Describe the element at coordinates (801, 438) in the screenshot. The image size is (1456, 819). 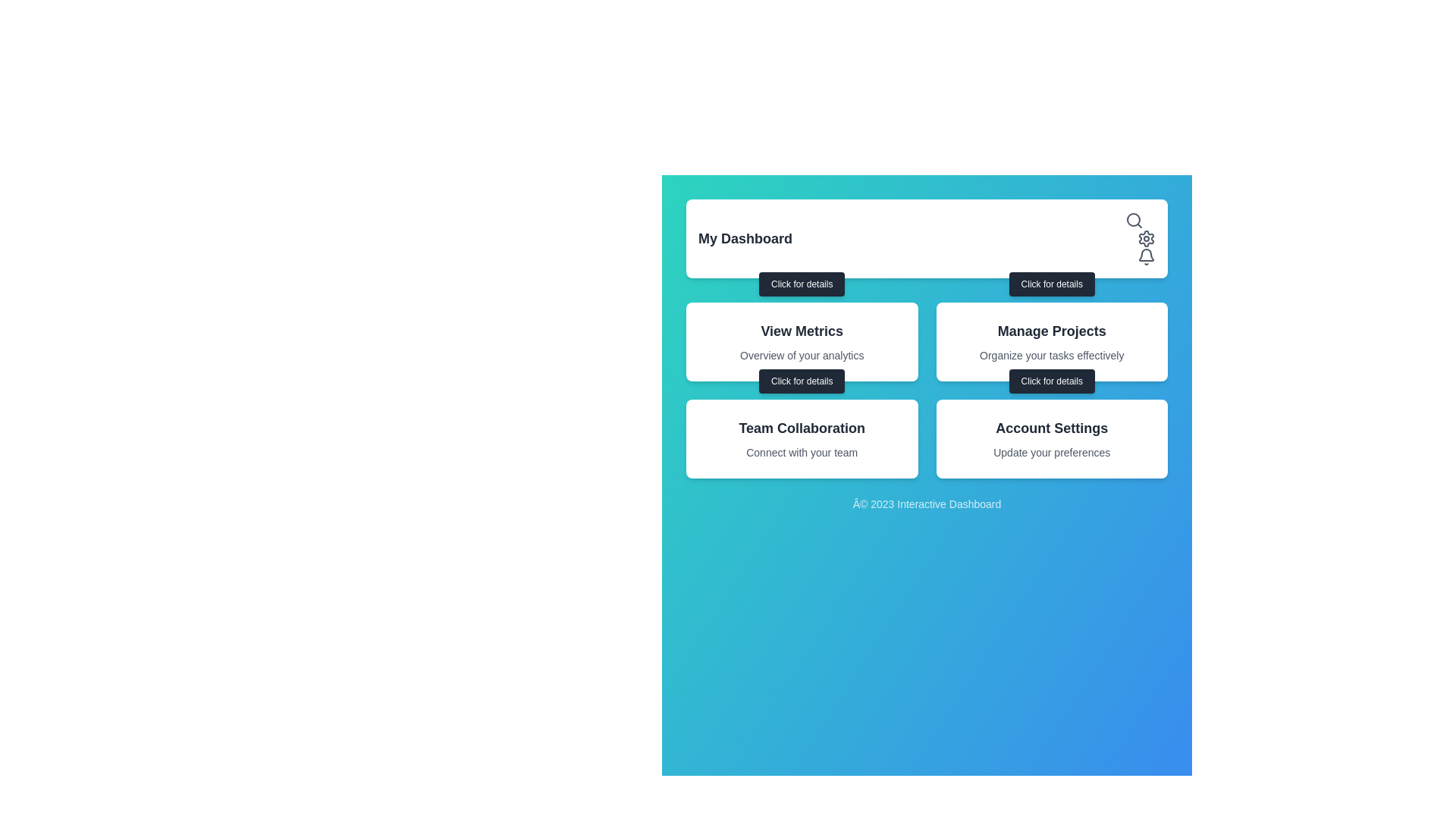
I see `the Card Component located in the lower-left part of the grid layout, positioned in the second row and first column` at that location.